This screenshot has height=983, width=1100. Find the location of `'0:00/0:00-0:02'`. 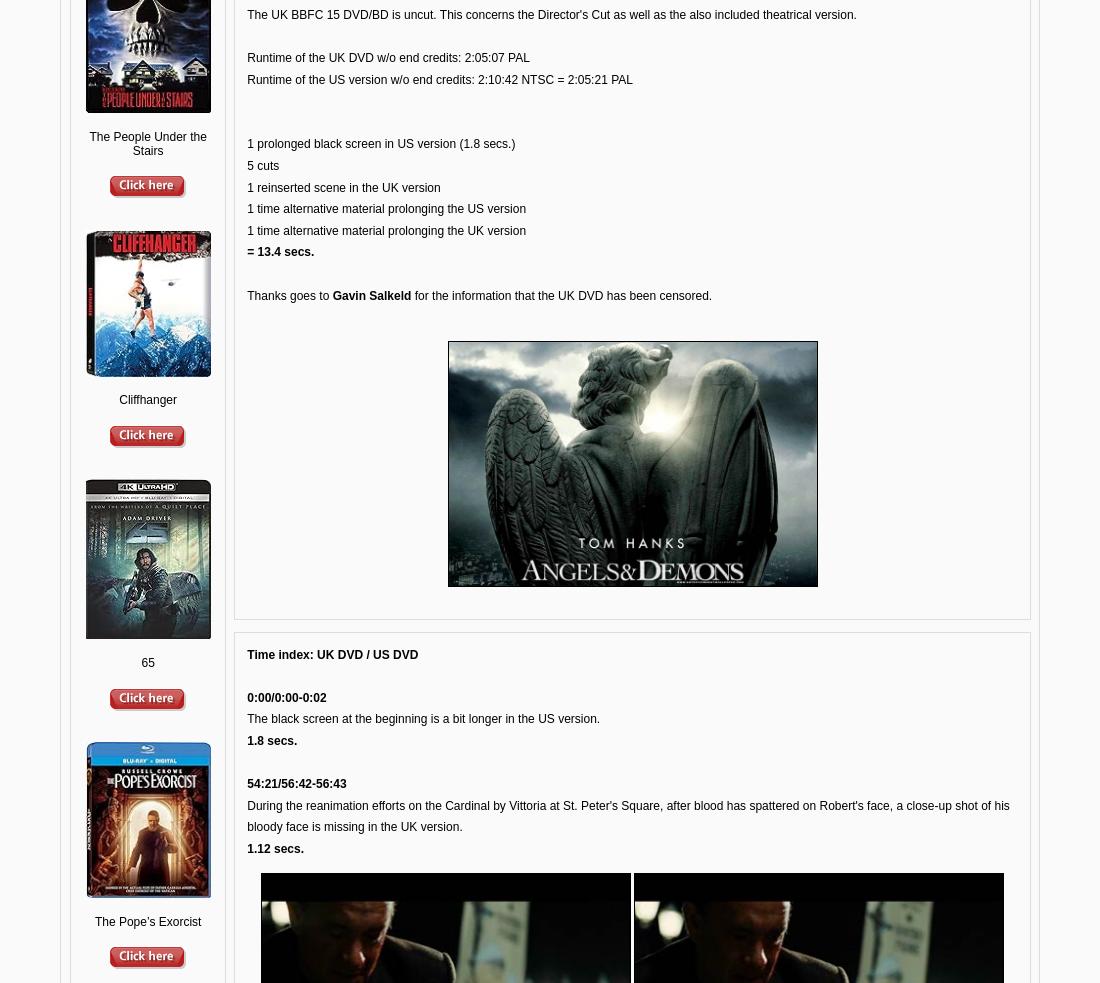

'0:00/0:00-0:02' is located at coordinates (285, 696).